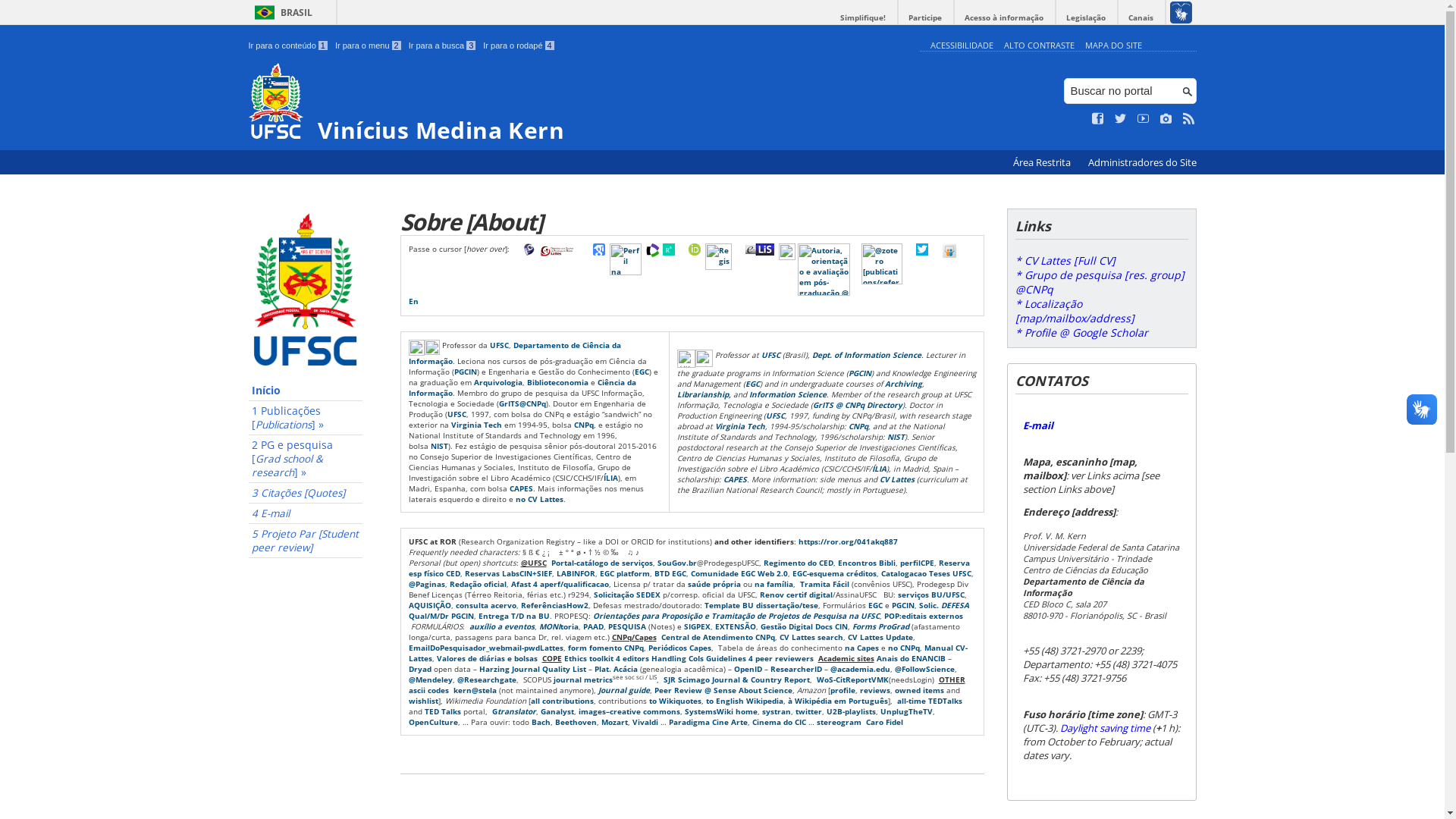  Describe the element at coordinates (717, 637) in the screenshot. I see `'Central de Atendimento CNPq'` at that location.